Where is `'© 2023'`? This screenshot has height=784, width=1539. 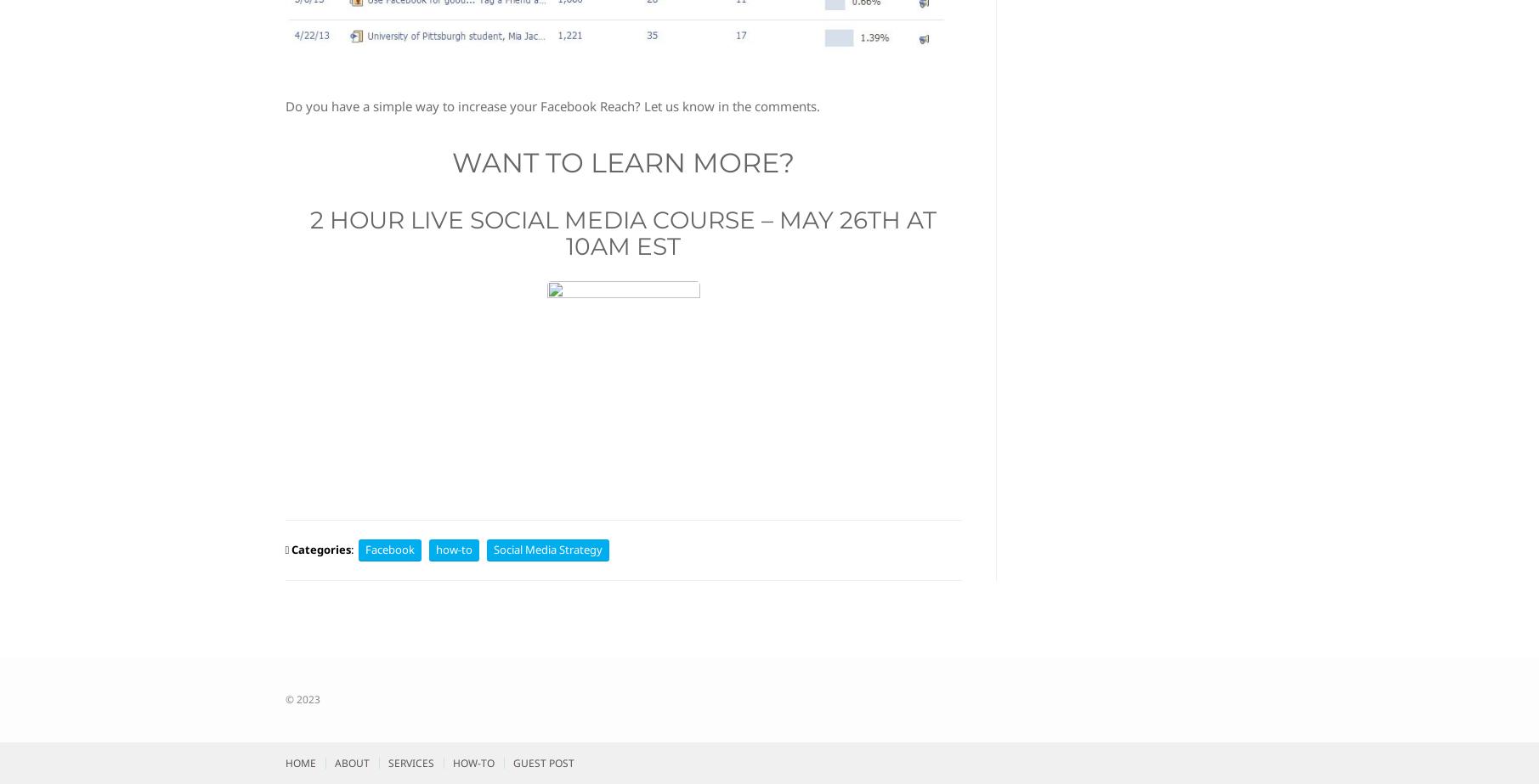
'© 2023' is located at coordinates (301, 698).